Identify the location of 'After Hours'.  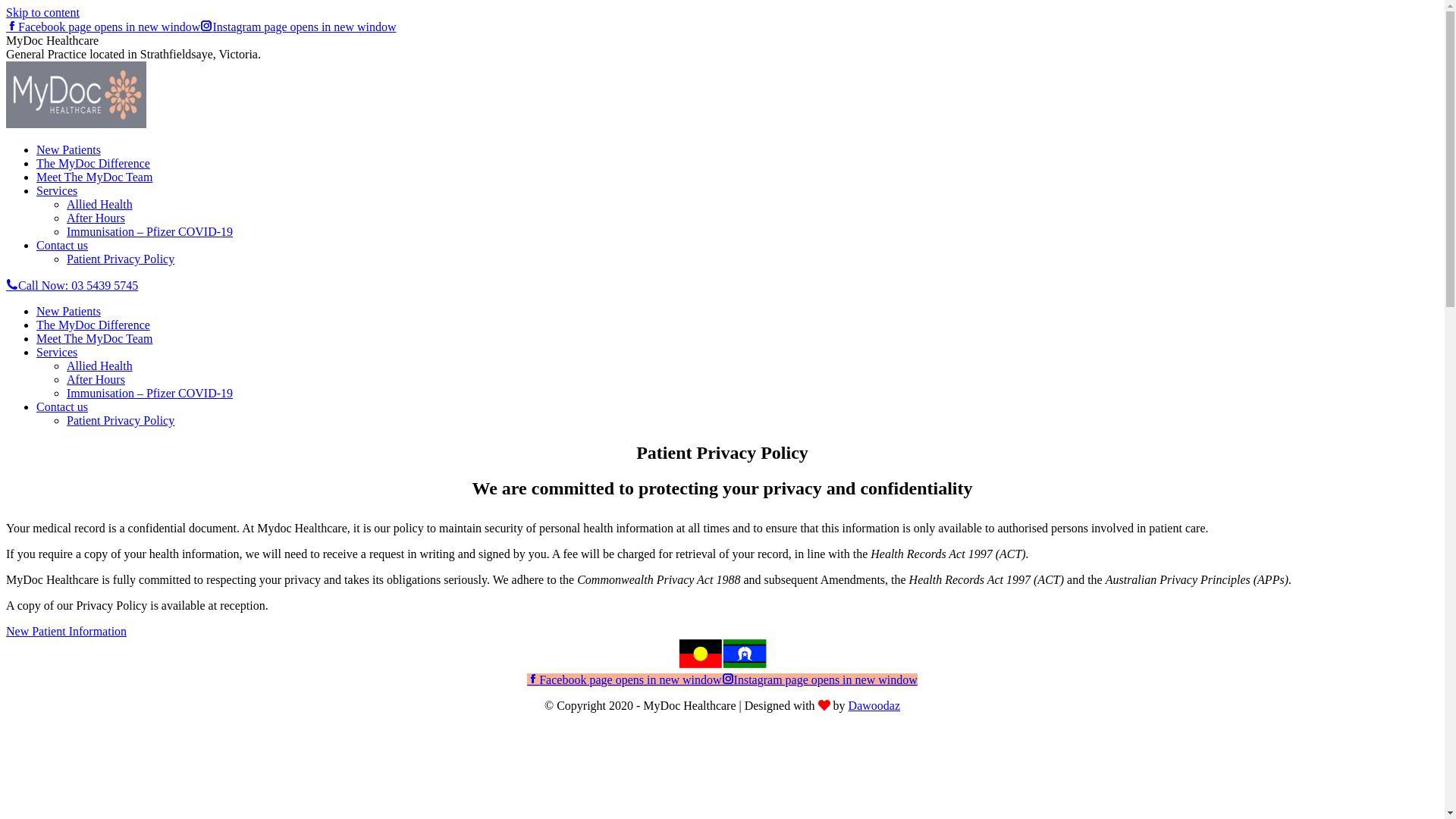
(95, 218).